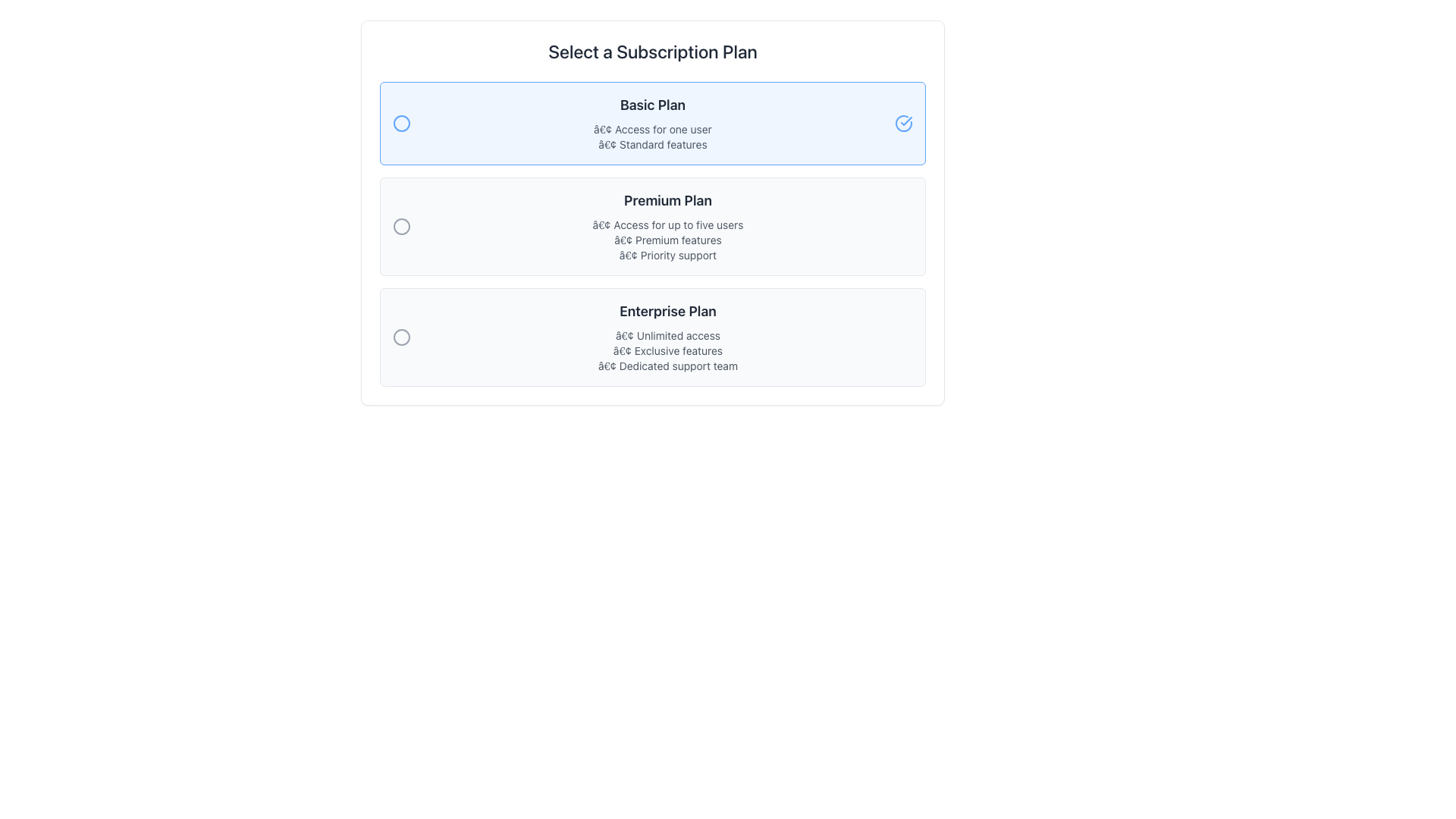  What do you see at coordinates (667, 335) in the screenshot?
I see `the text element that reads '• Unlimited access', styled in gray, located as the first item in the Enterprise Plan section list` at bounding box center [667, 335].